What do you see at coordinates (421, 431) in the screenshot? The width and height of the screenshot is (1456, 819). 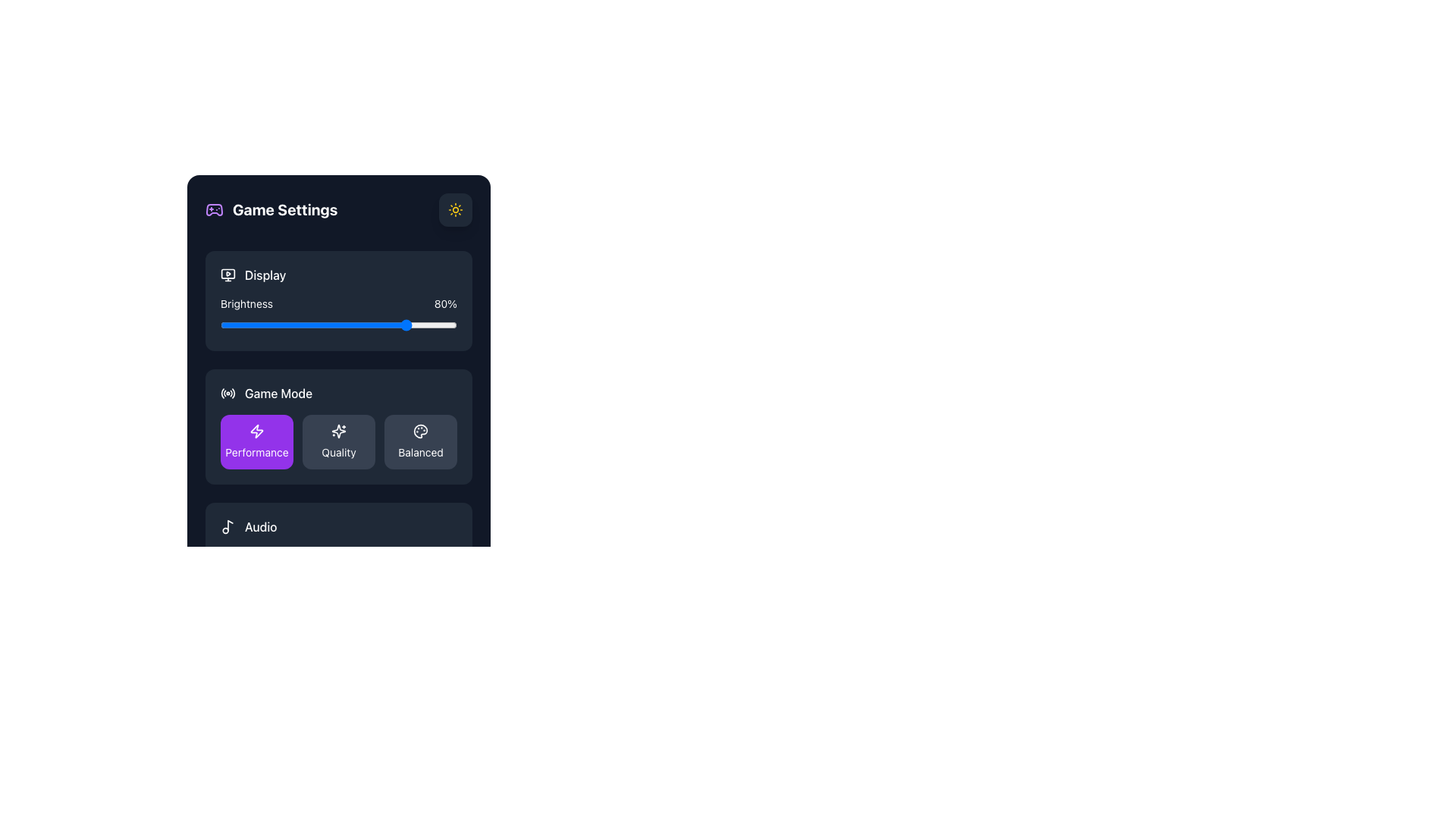 I see `the palette icon located in the 'Balanced' button within the 'Game Mode' section` at bounding box center [421, 431].